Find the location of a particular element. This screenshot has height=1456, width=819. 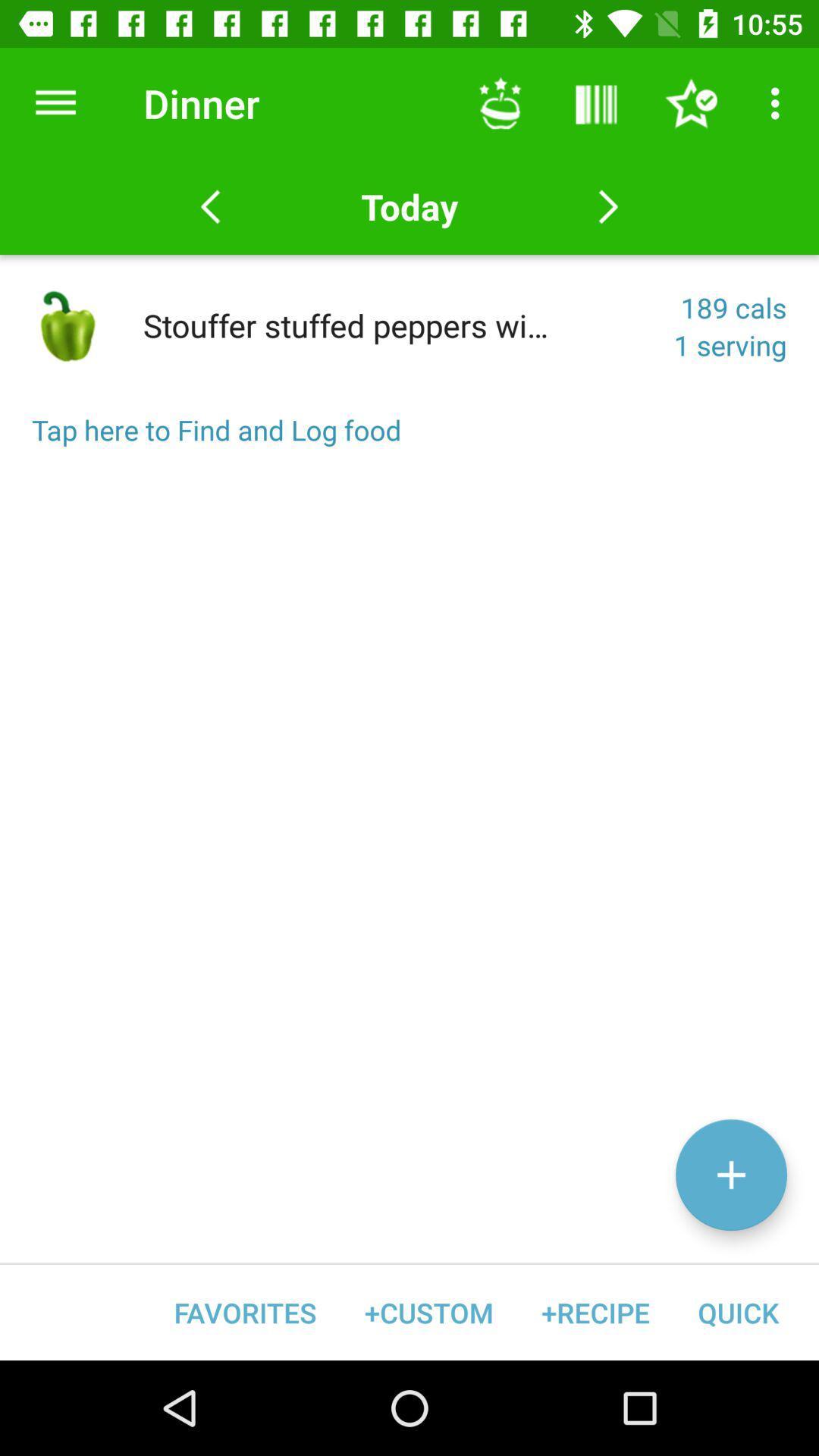

previous day is located at coordinates (210, 206).